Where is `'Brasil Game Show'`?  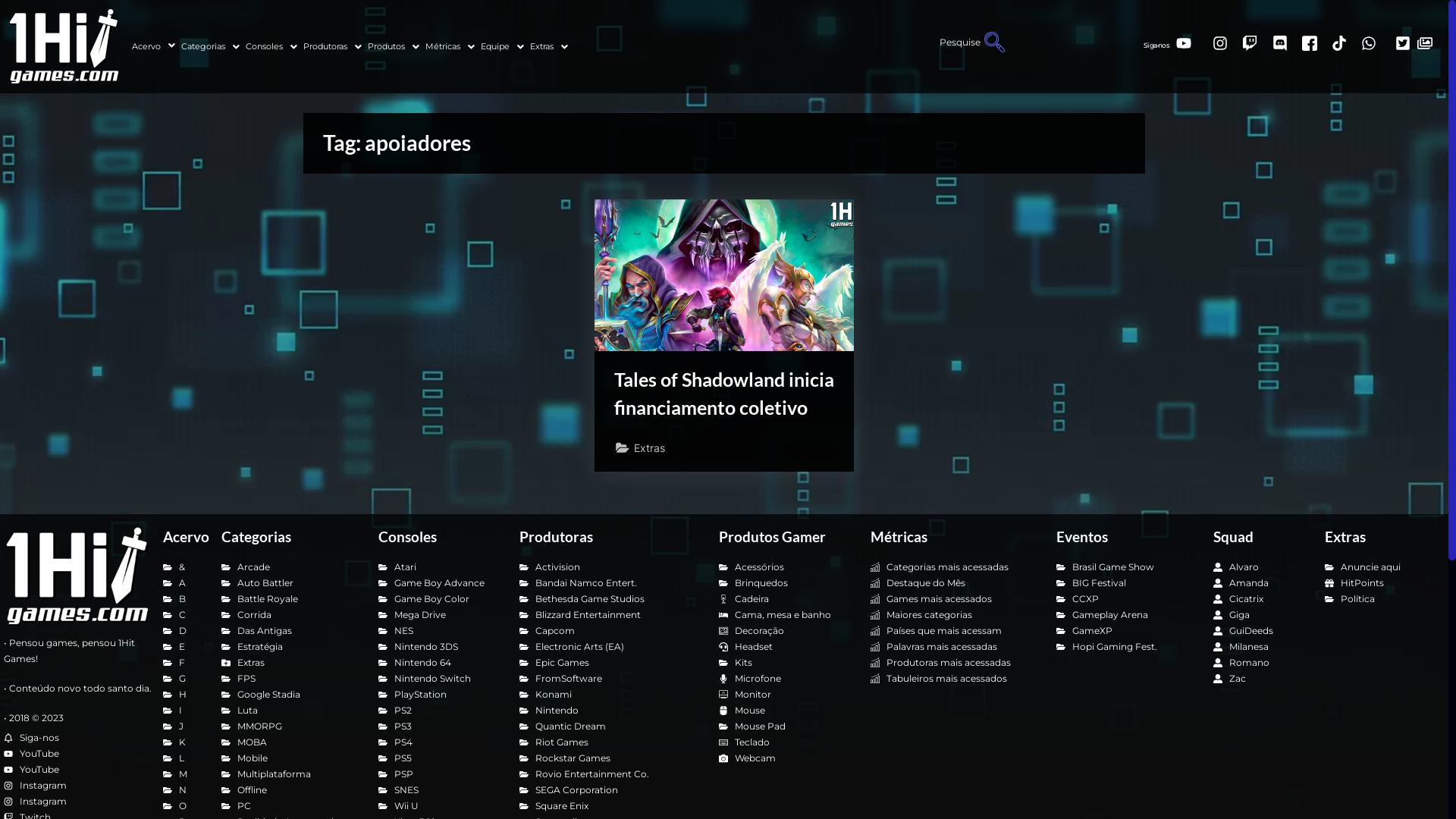 'Brasil Game Show' is located at coordinates (1127, 566).